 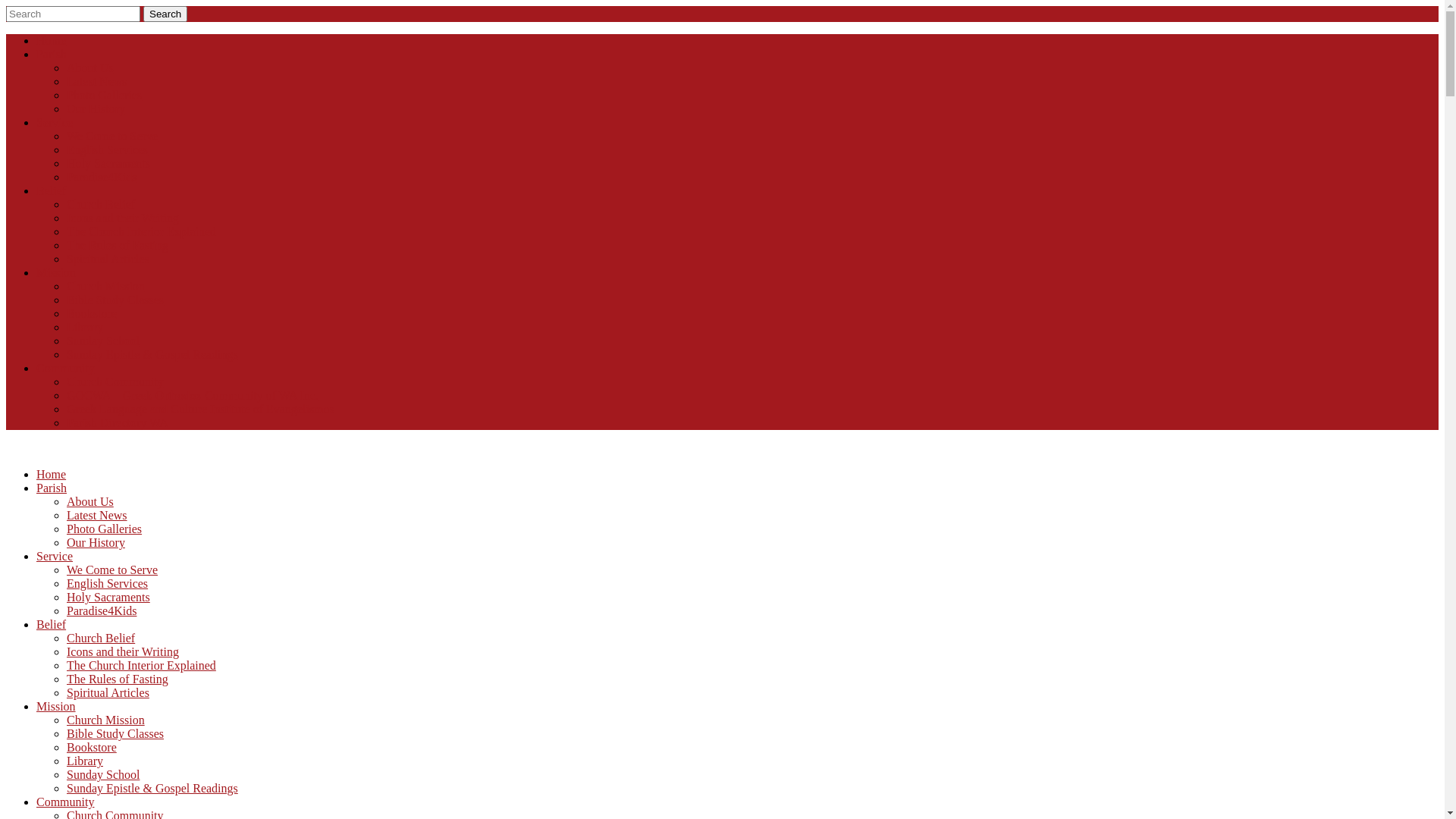 What do you see at coordinates (64, 801) in the screenshot?
I see `'Community'` at bounding box center [64, 801].